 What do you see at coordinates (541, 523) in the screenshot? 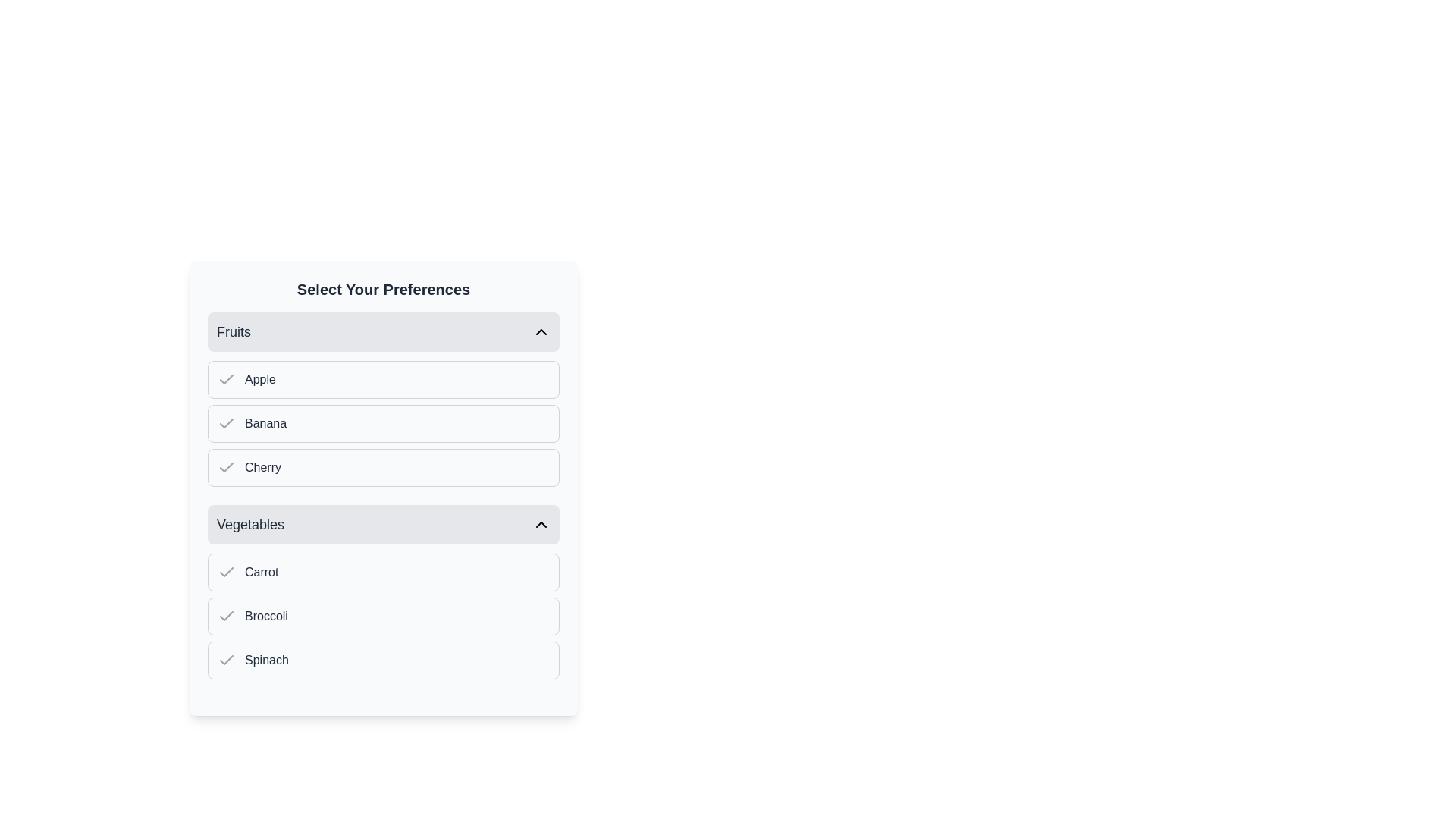
I see `the upward-pointing chevron icon on the right side of the 'Vegetables' section header` at bounding box center [541, 523].